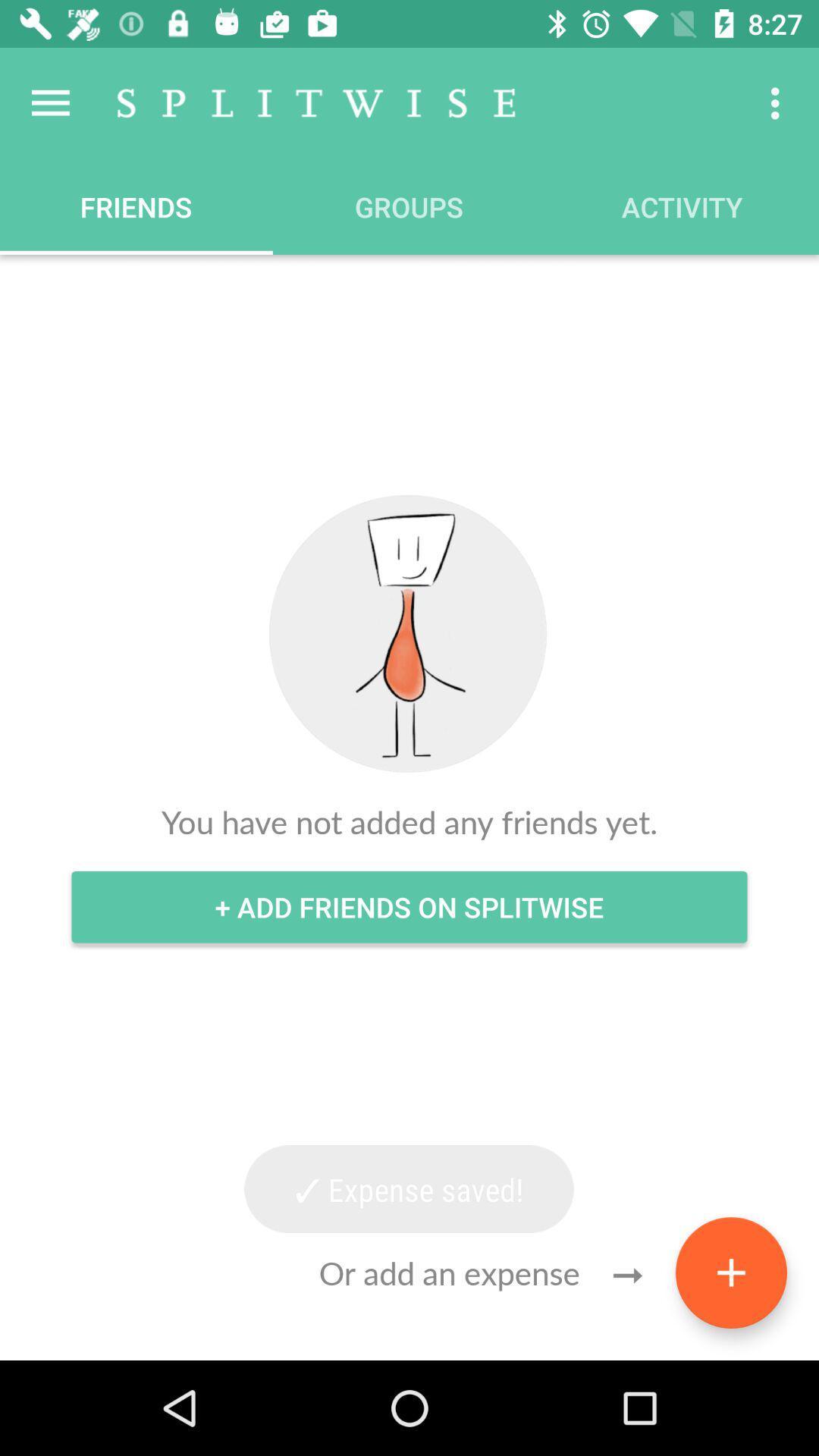  I want to click on the add icon, so click(730, 1272).